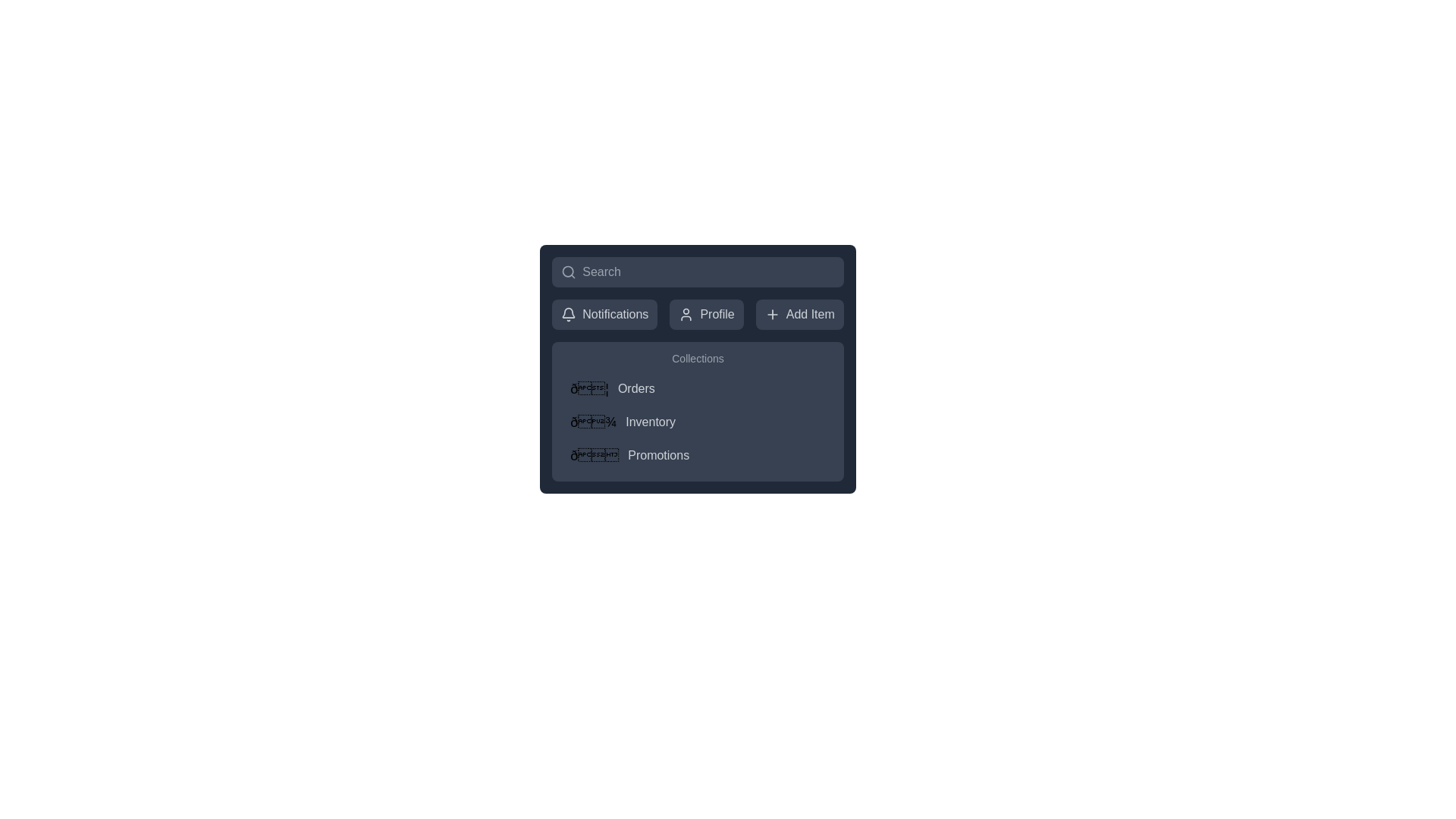  I want to click on the second menu item under the 'Collections' section, which is related to 'Inventory', so click(697, 422).